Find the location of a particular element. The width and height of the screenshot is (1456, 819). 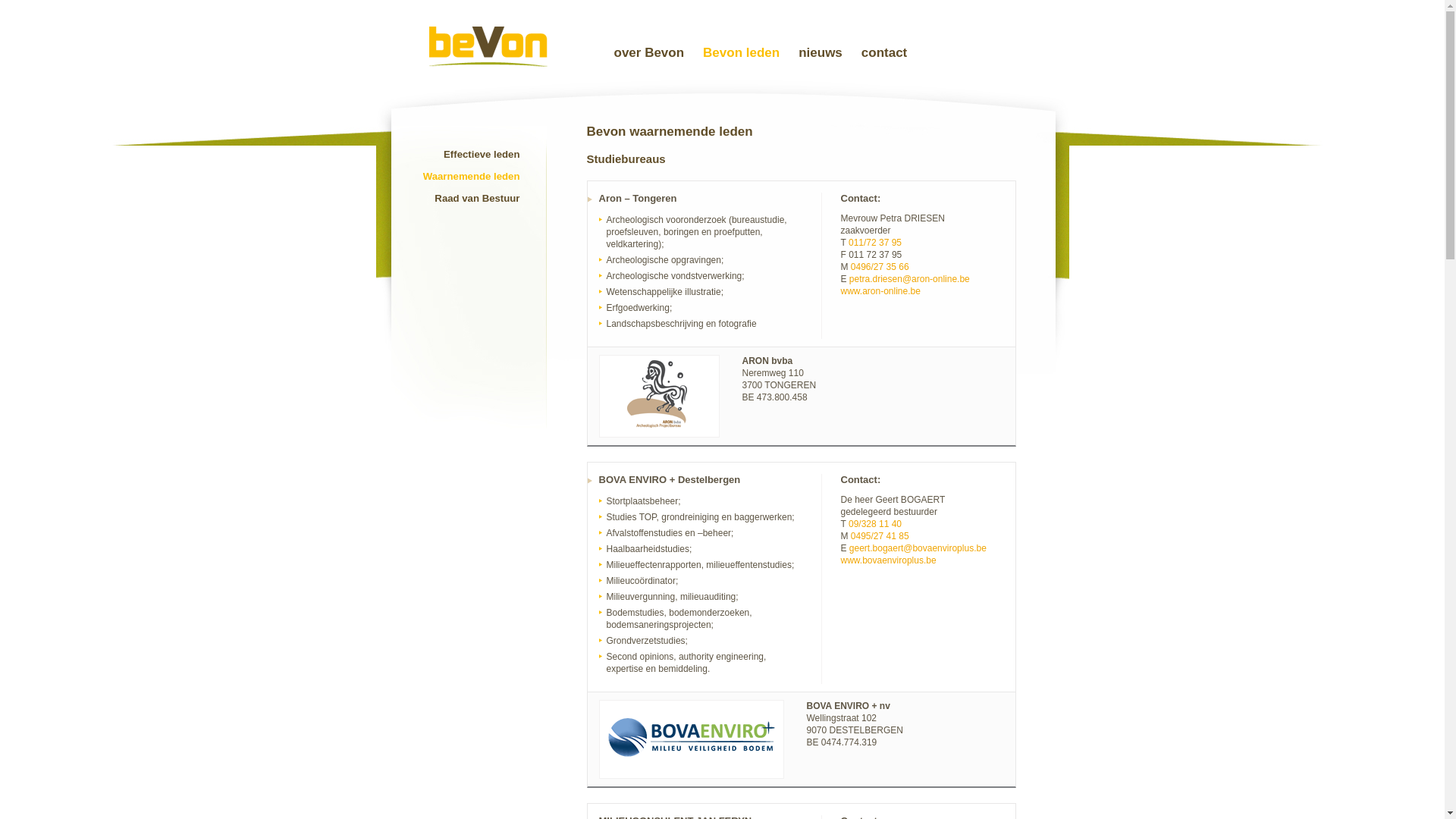

'Effectieve leden' is located at coordinates (480, 154).